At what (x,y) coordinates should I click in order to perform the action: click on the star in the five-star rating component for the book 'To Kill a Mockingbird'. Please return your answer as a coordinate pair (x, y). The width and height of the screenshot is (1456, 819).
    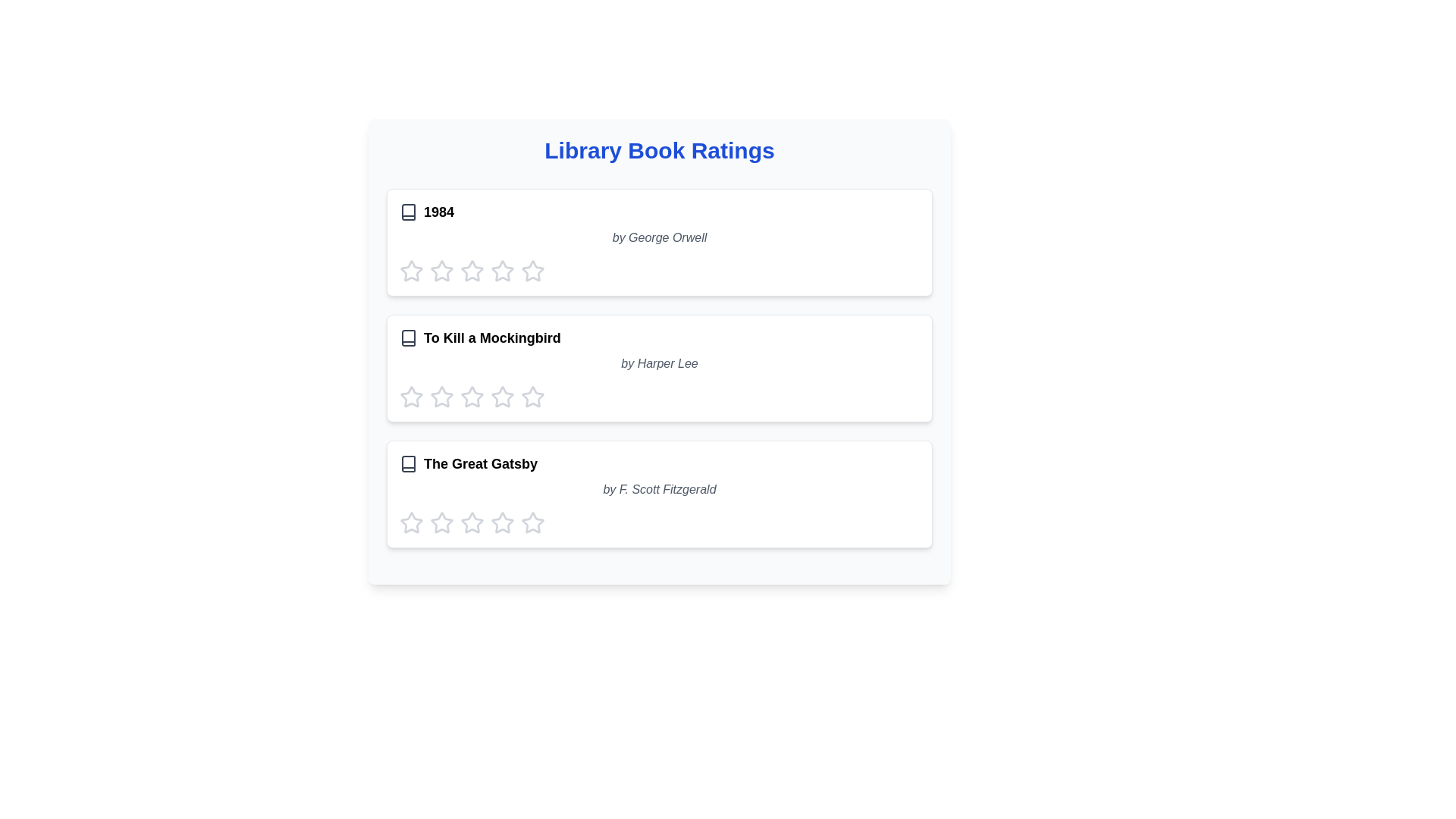
    Looking at the image, I should click on (659, 397).